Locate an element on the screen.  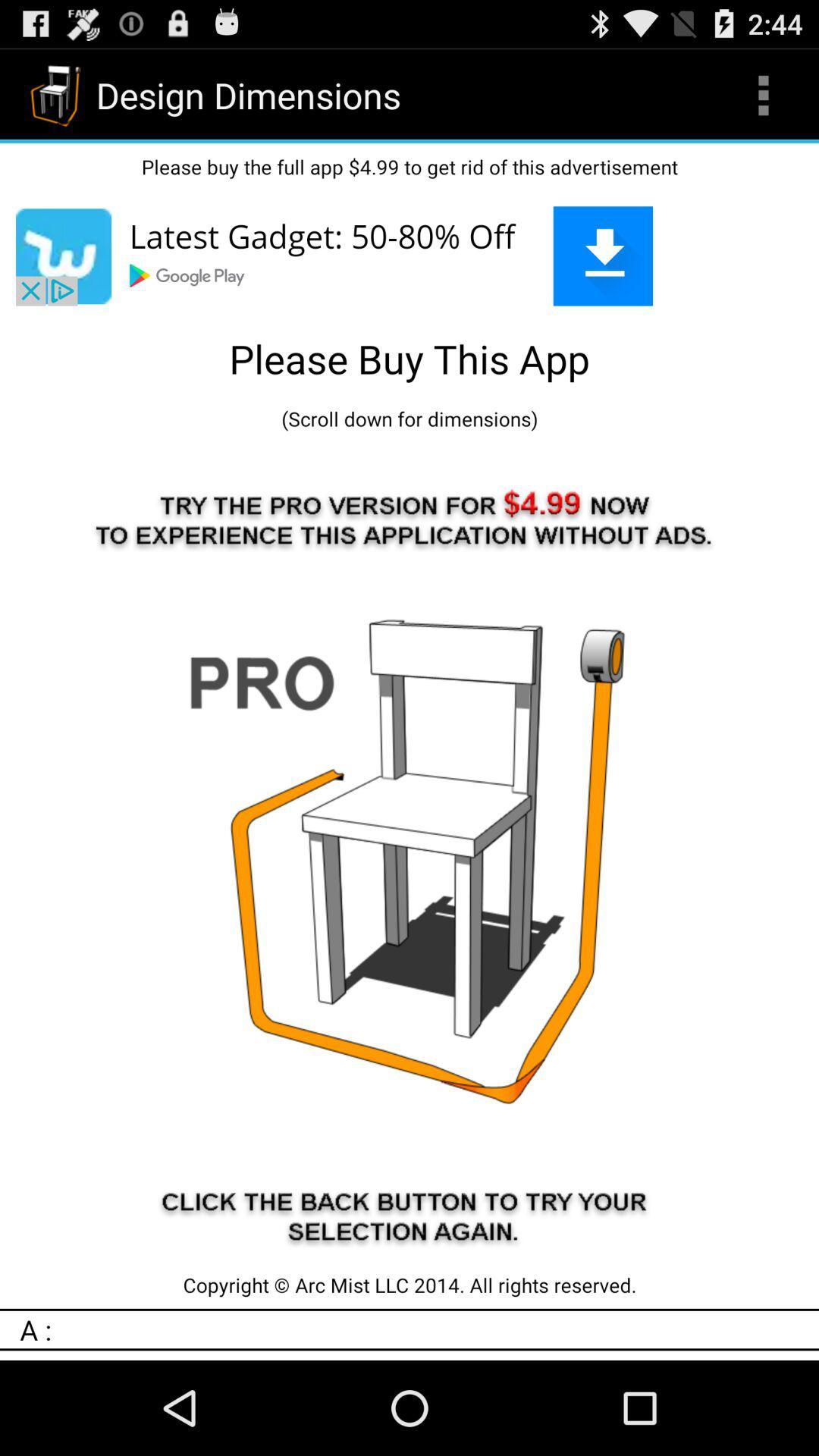
item below scroll down for is located at coordinates (409, 852).